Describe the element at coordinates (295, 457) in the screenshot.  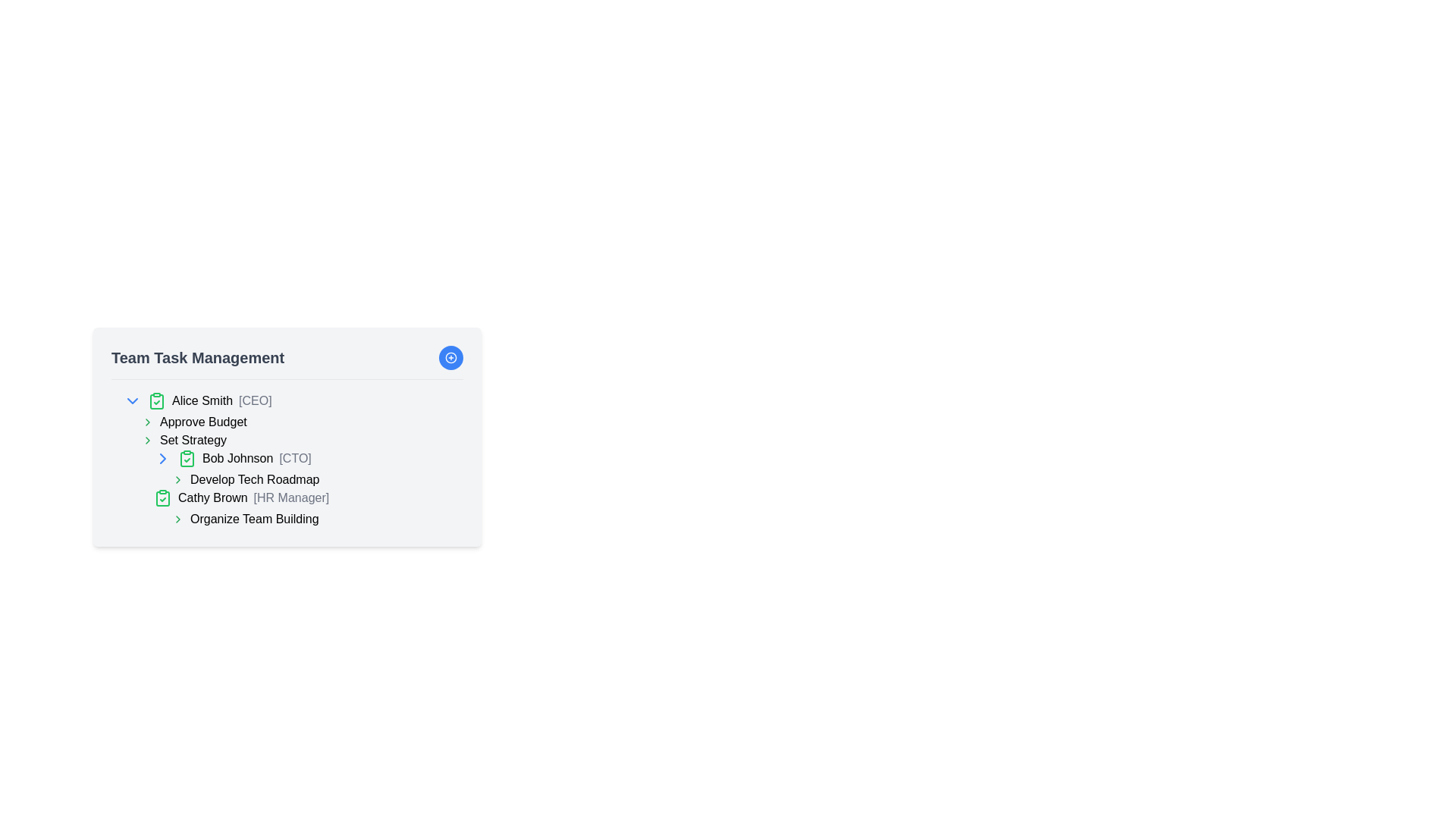
I see `the text label '[CTO]' that displays the role of 'Bob Johnson', which is positioned to the right of 'Bob Johnson' within the same row` at that location.